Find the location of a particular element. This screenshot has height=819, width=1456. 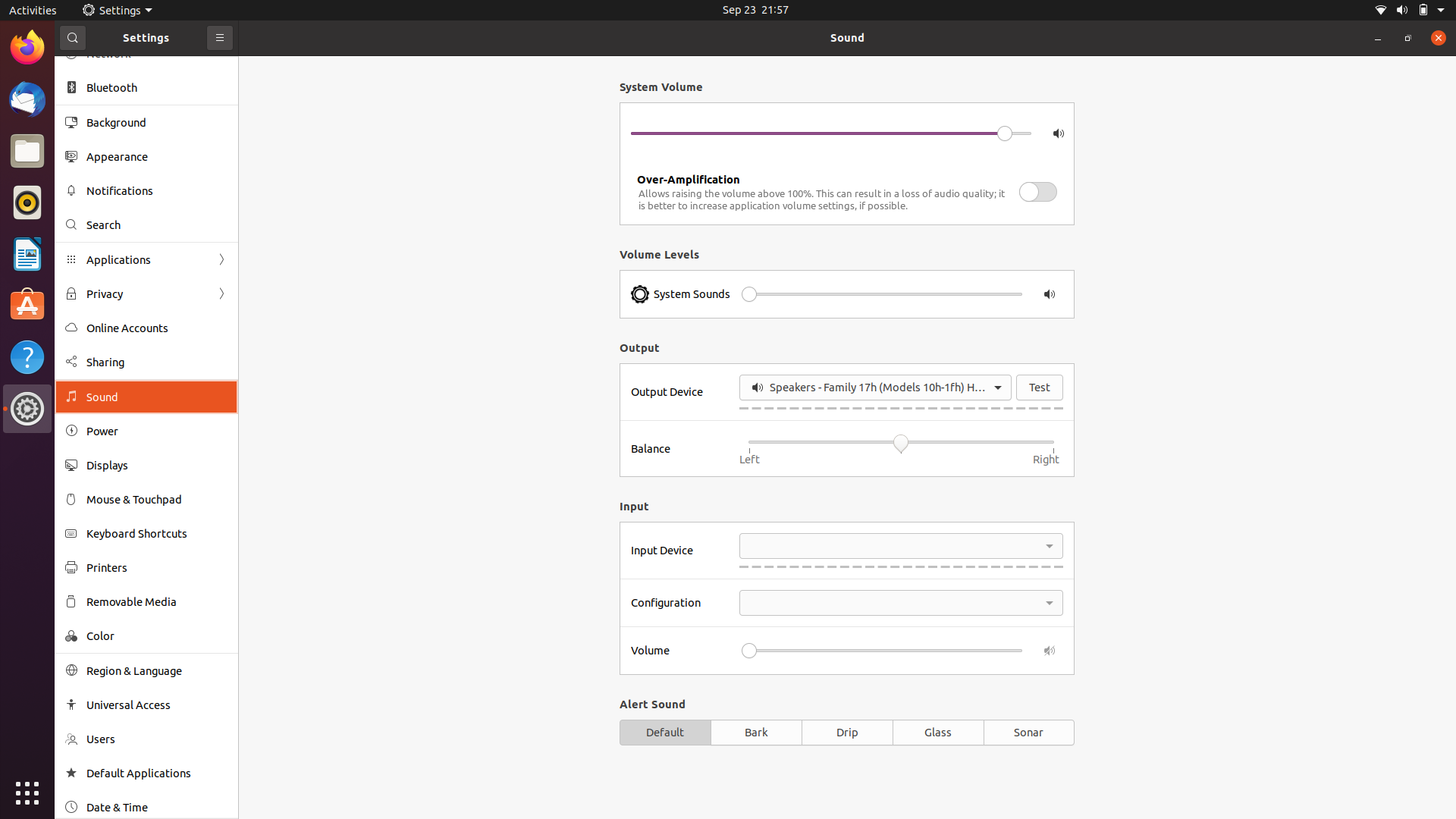

Adjust sound to high is located at coordinates (993, 294).